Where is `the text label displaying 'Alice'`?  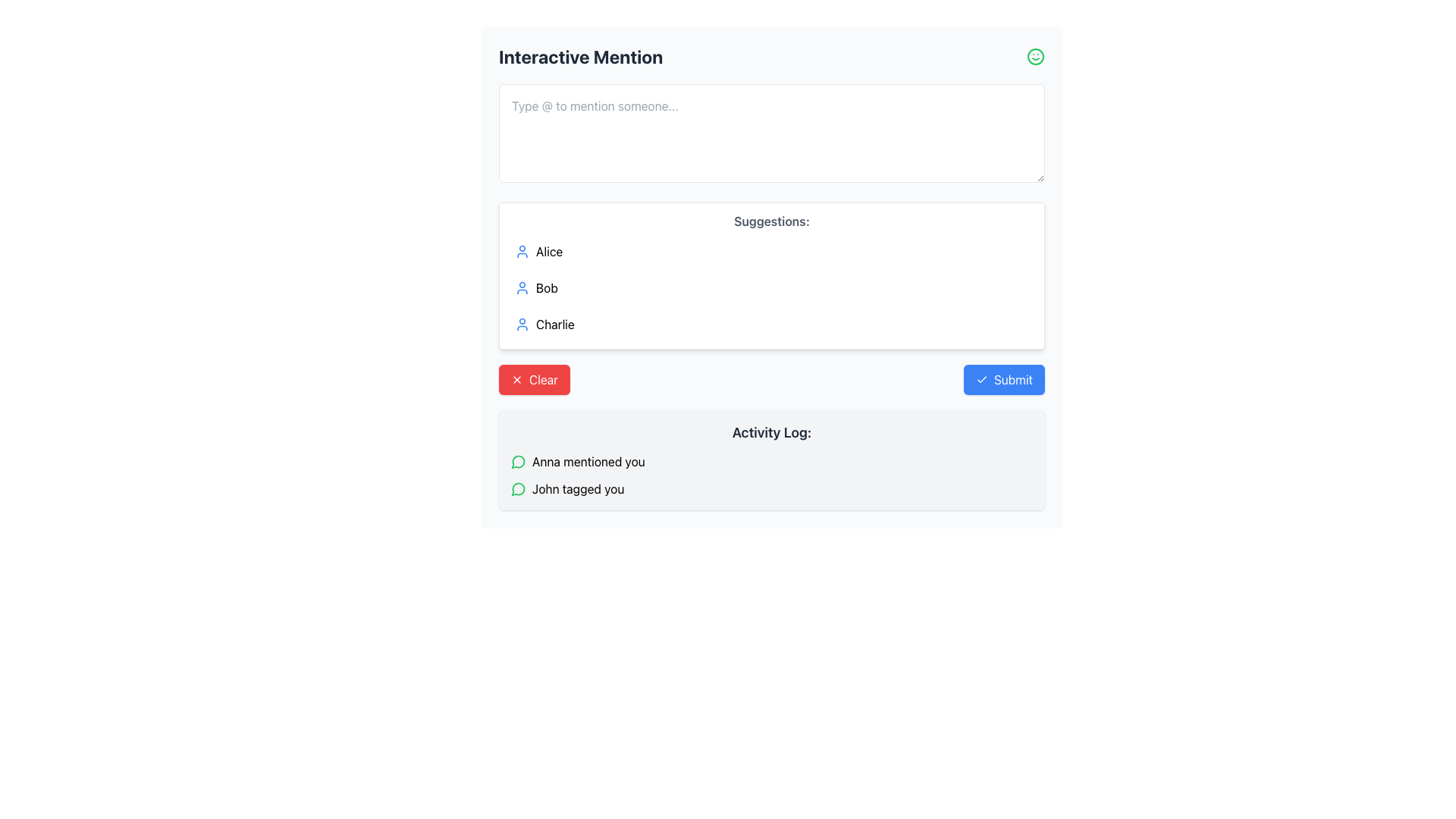 the text label displaying 'Alice' is located at coordinates (548, 250).